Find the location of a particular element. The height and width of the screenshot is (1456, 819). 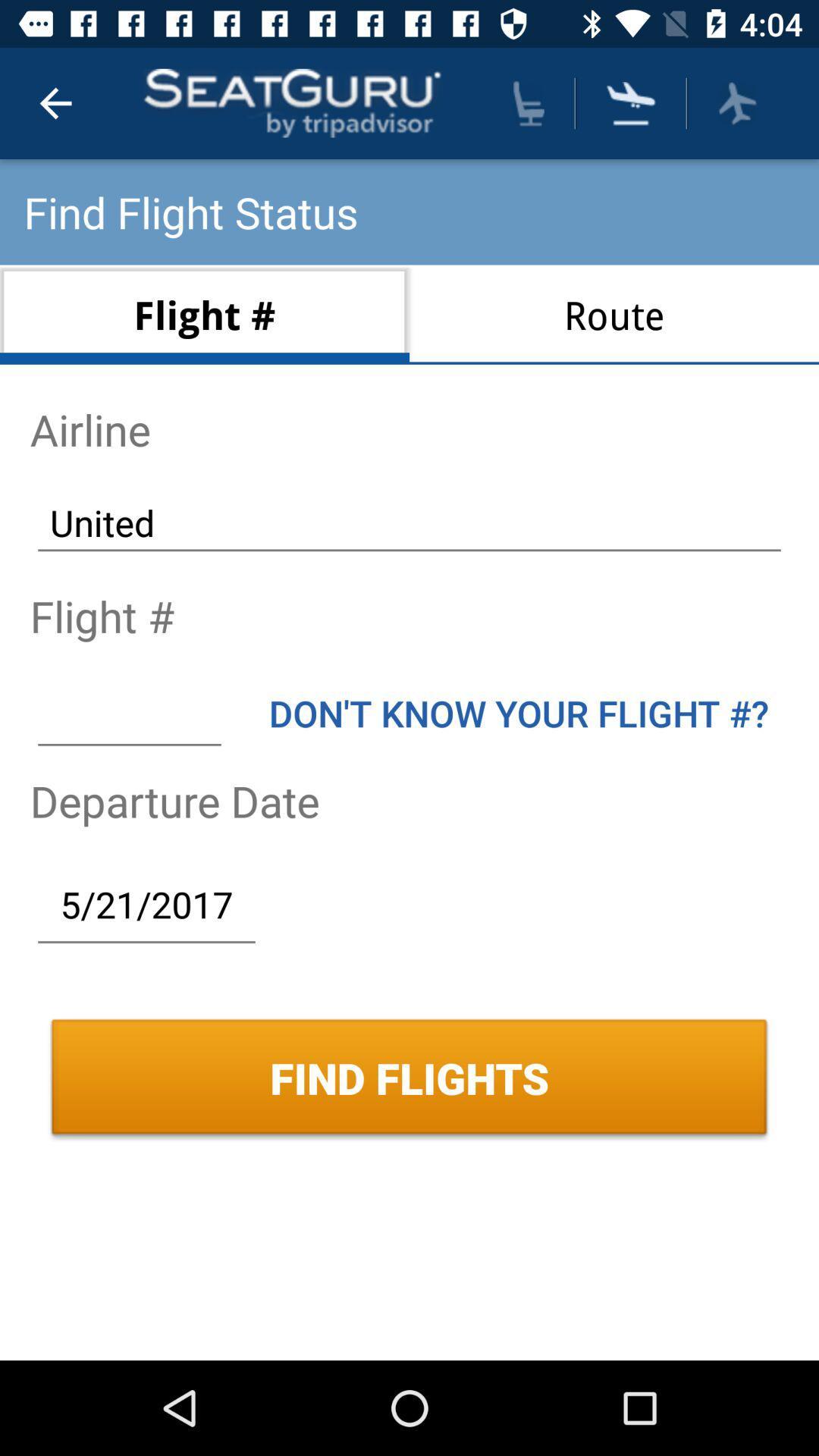

item above the departure date is located at coordinates (128, 712).